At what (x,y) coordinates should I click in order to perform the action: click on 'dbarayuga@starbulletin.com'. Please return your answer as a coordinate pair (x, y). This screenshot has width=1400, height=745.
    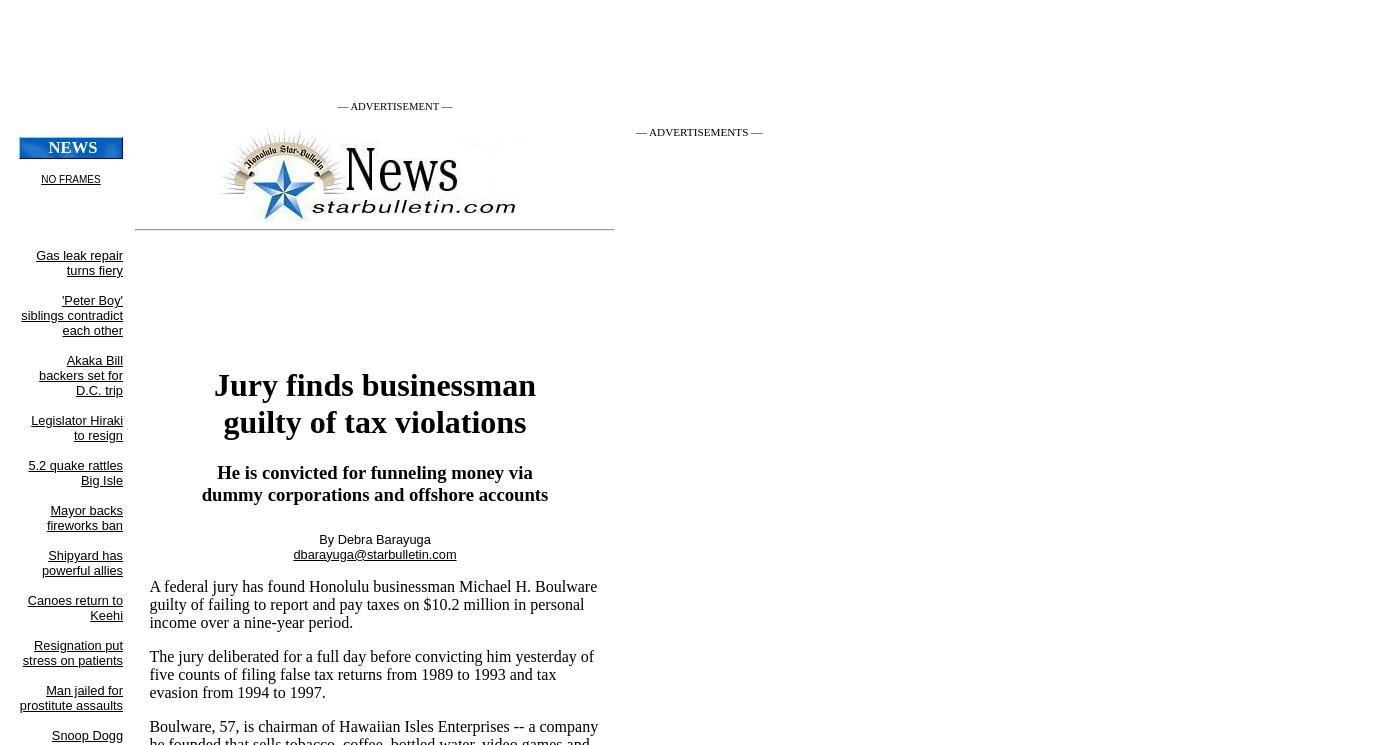
    Looking at the image, I should click on (374, 553).